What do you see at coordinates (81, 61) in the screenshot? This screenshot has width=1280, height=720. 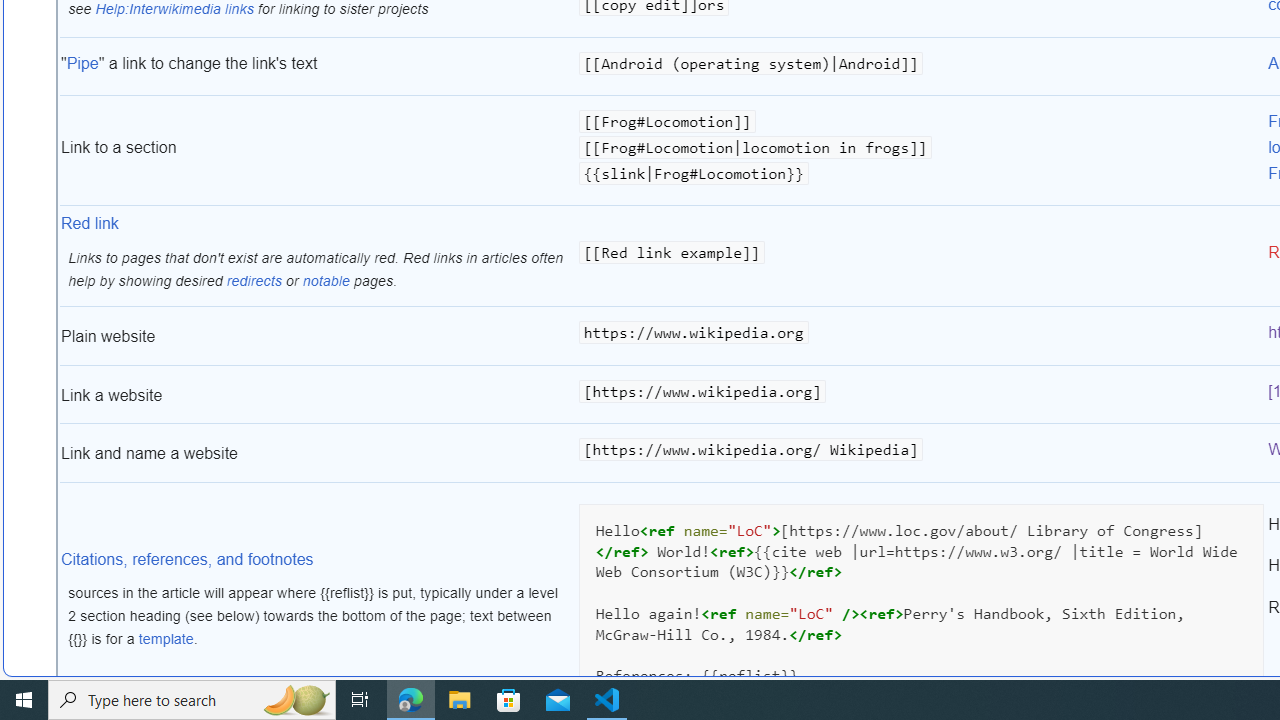 I see `'Pipe'` at bounding box center [81, 61].